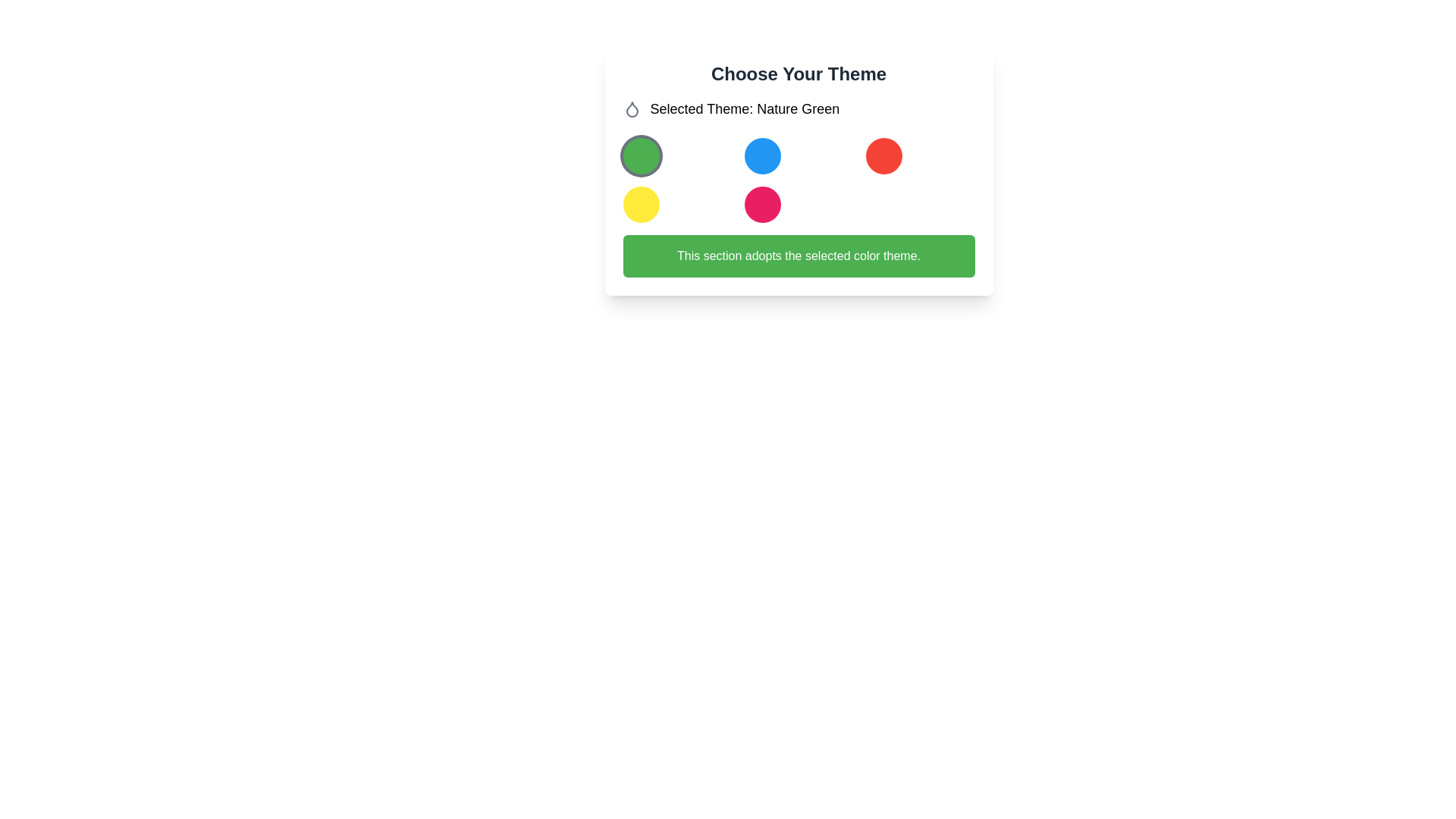 The height and width of the screenshot is (819, 1456). What do you see at coordinates (632, 108) in the screenshot?
I see `the droplet-shaped icon with a thin black outline, located in the top-left of the theme selection panel next to 'Selected Theme: Nature Green'` at bounding box center [632, 108].